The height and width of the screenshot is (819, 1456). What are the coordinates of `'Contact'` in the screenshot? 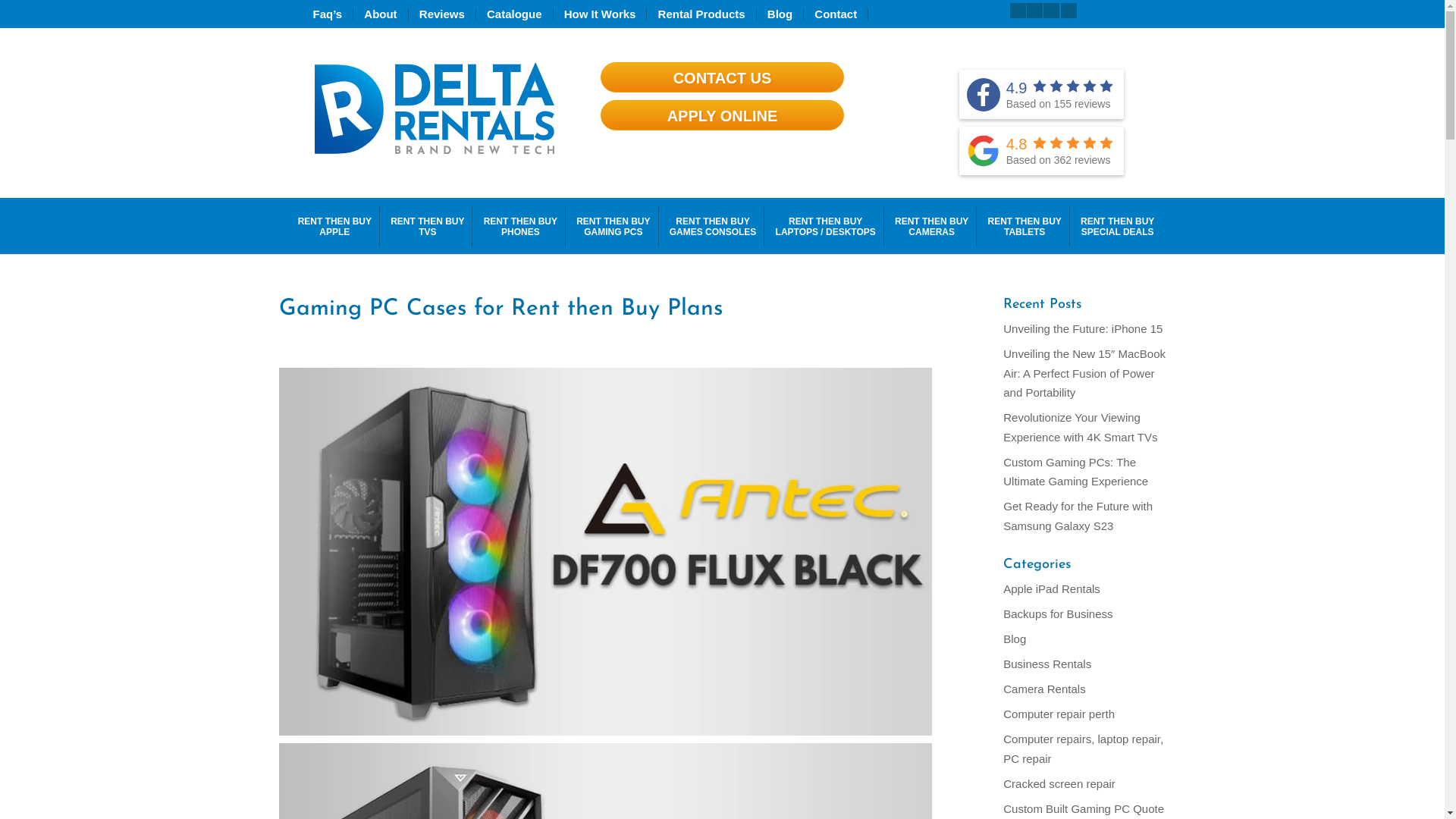 It's located at (840, 14).